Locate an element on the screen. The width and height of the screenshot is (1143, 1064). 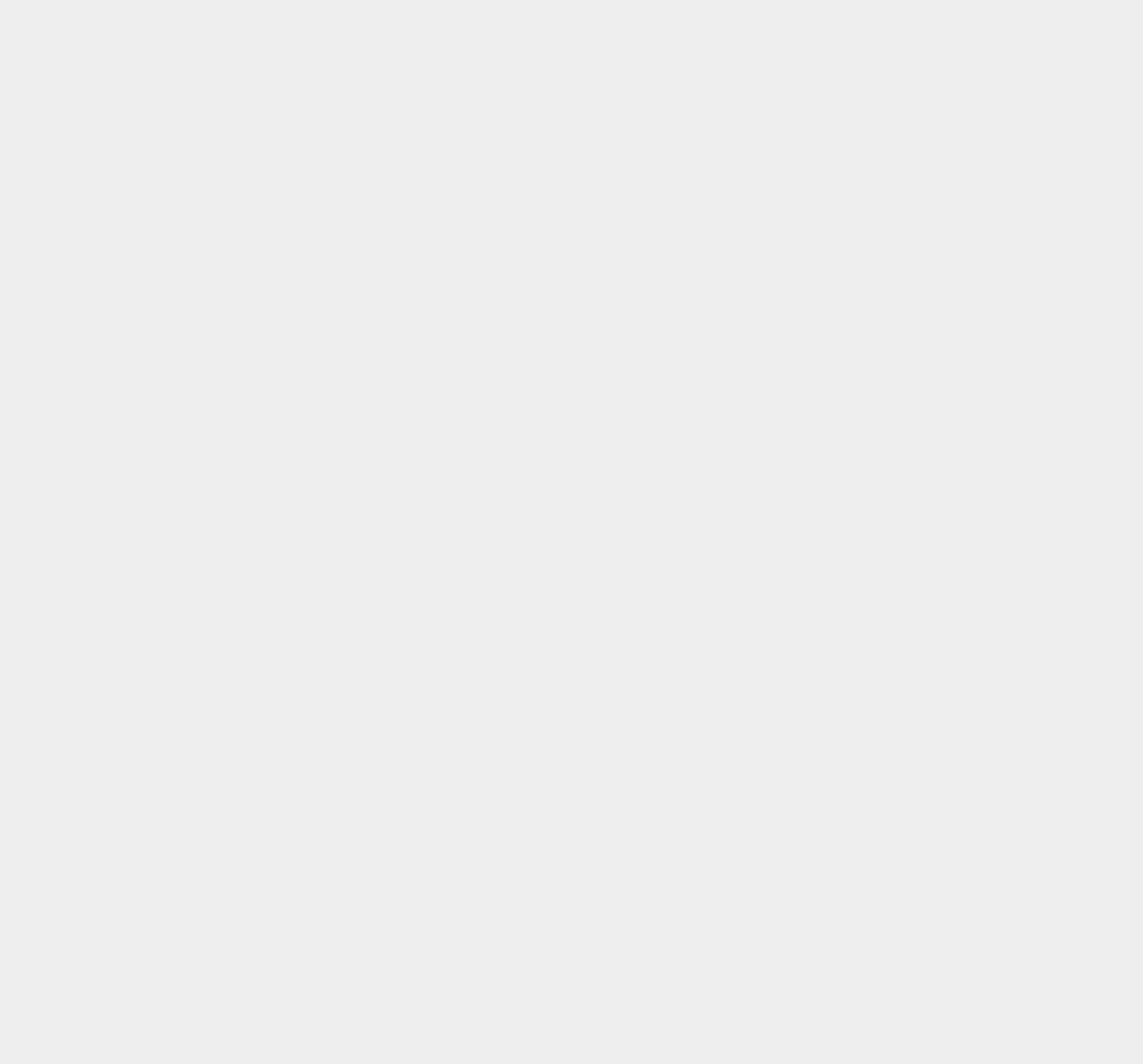
'Android Nougat‬' is located at coordinates (856, 930).